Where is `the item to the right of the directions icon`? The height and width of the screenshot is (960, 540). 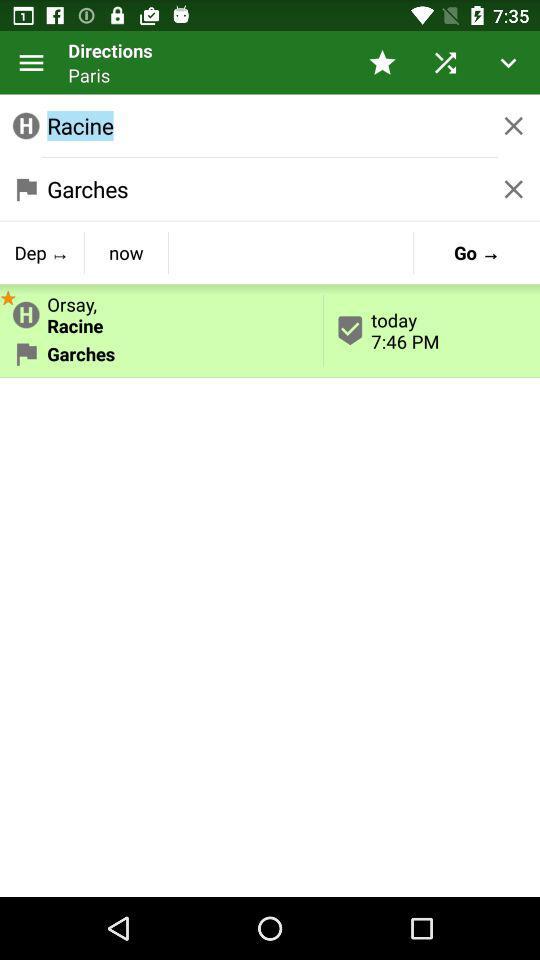
the item to the right of the directions icon is located at coordinates (382, 62).